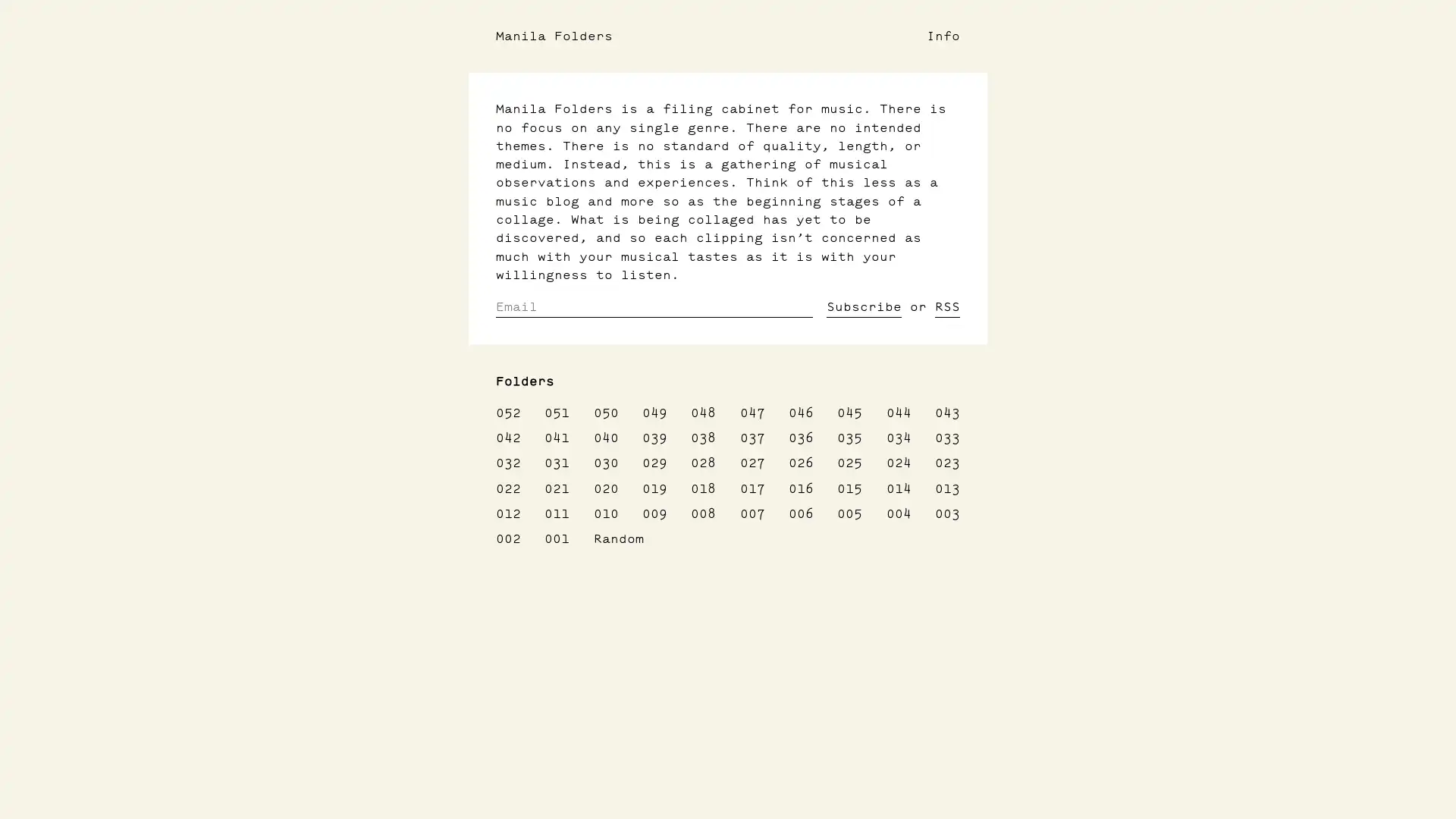  Describe the element at coordinates (864, 307) in the screenshot. I see `Subscribe` at that location.